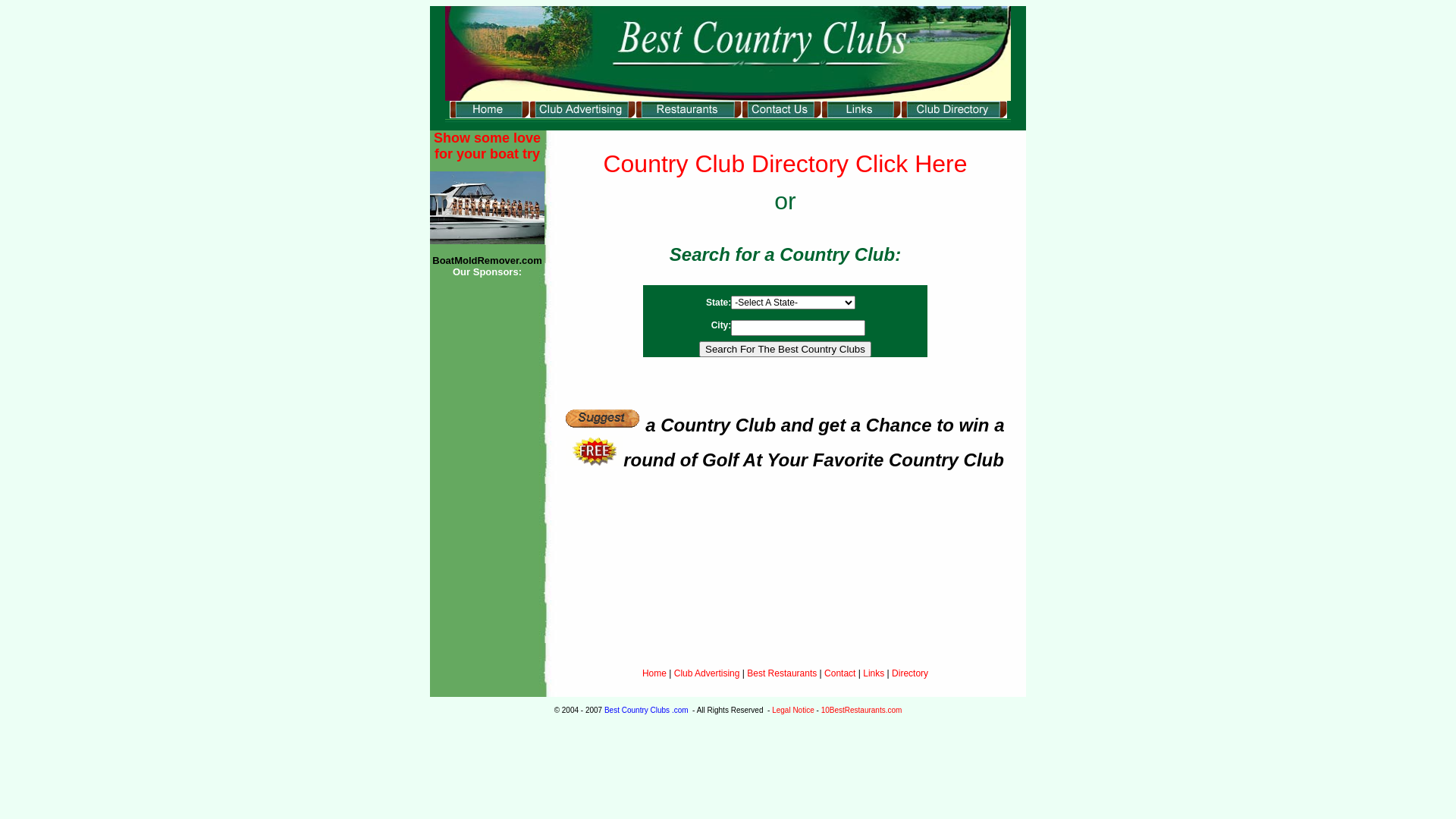 The image size is (1456, 819). What do you see at coordinates (874, 672) in the screenshot?
I see `'Links'` at bounding box center [874, 672].